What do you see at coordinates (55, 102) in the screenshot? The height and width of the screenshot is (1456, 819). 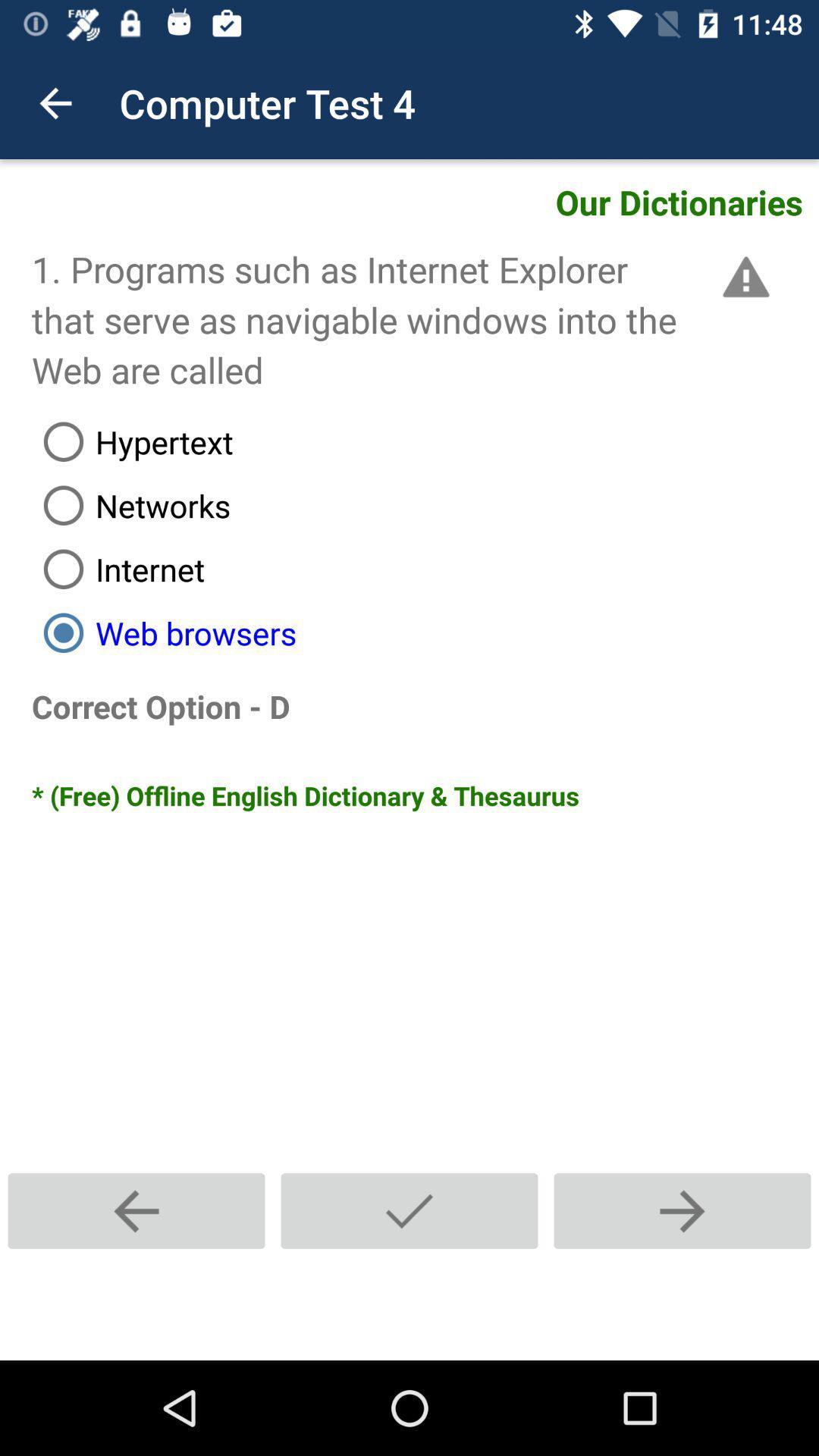 I see `icon above our dictionaries` at bounding box center [55, 102].